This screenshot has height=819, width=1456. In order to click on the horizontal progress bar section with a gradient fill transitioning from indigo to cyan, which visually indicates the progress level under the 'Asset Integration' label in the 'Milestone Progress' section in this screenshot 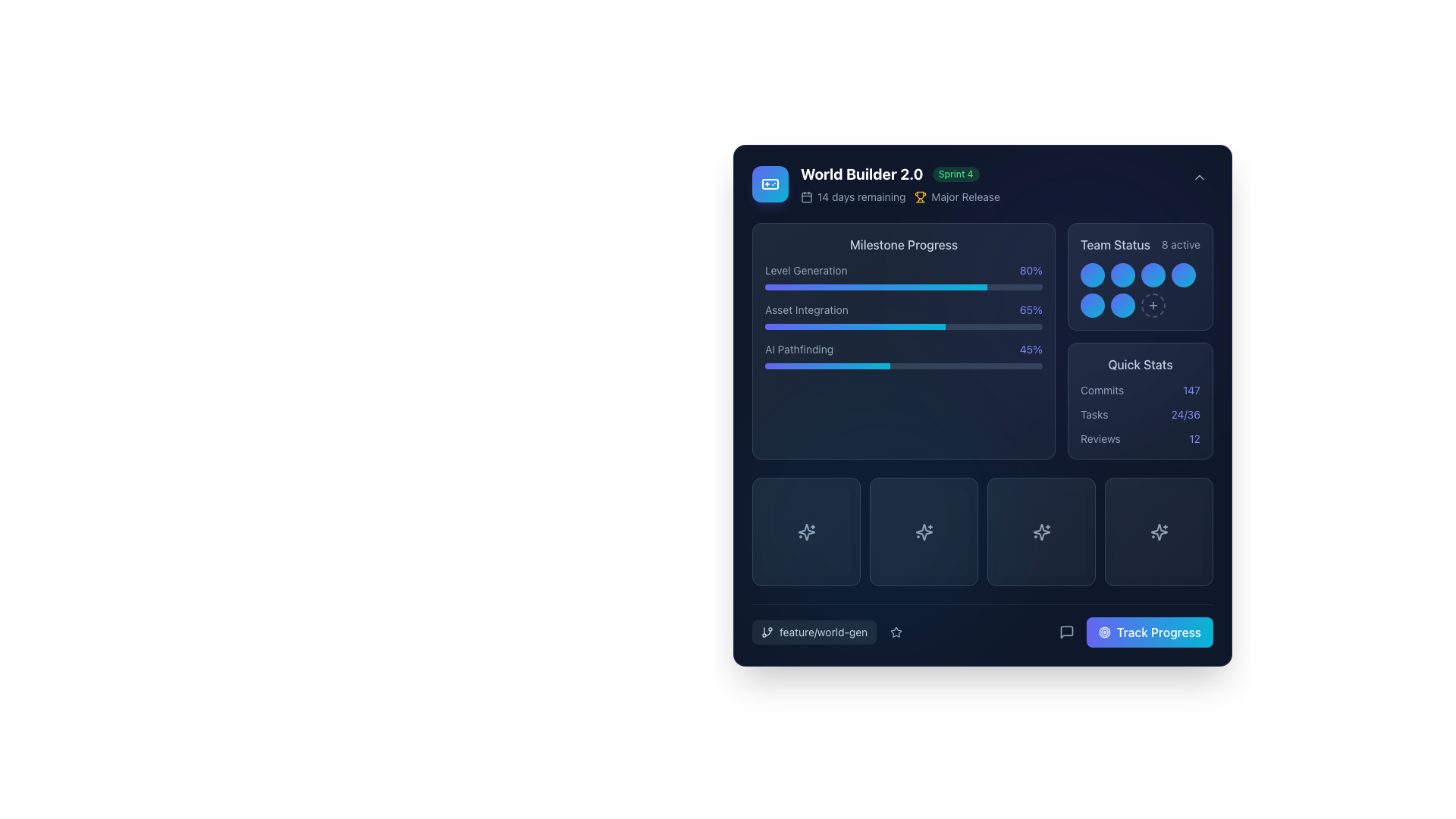, I will do `click(855, 326)`.